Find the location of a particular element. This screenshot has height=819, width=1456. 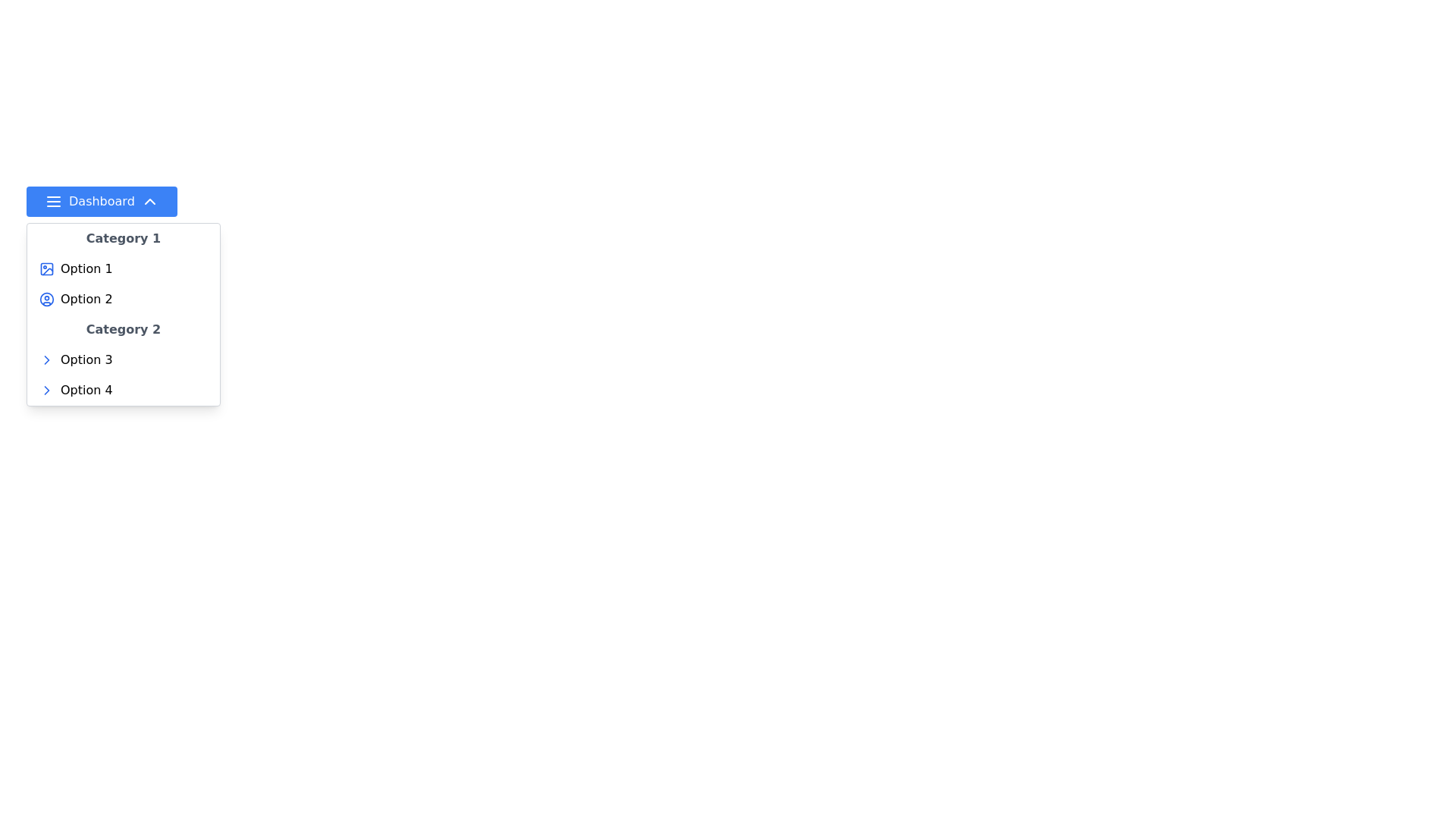

the non-interactive header or category label in the dropdown panel, which is positioned above 'Option 1' and below the 'Dashboard' section is located at coordinates (124, 239).